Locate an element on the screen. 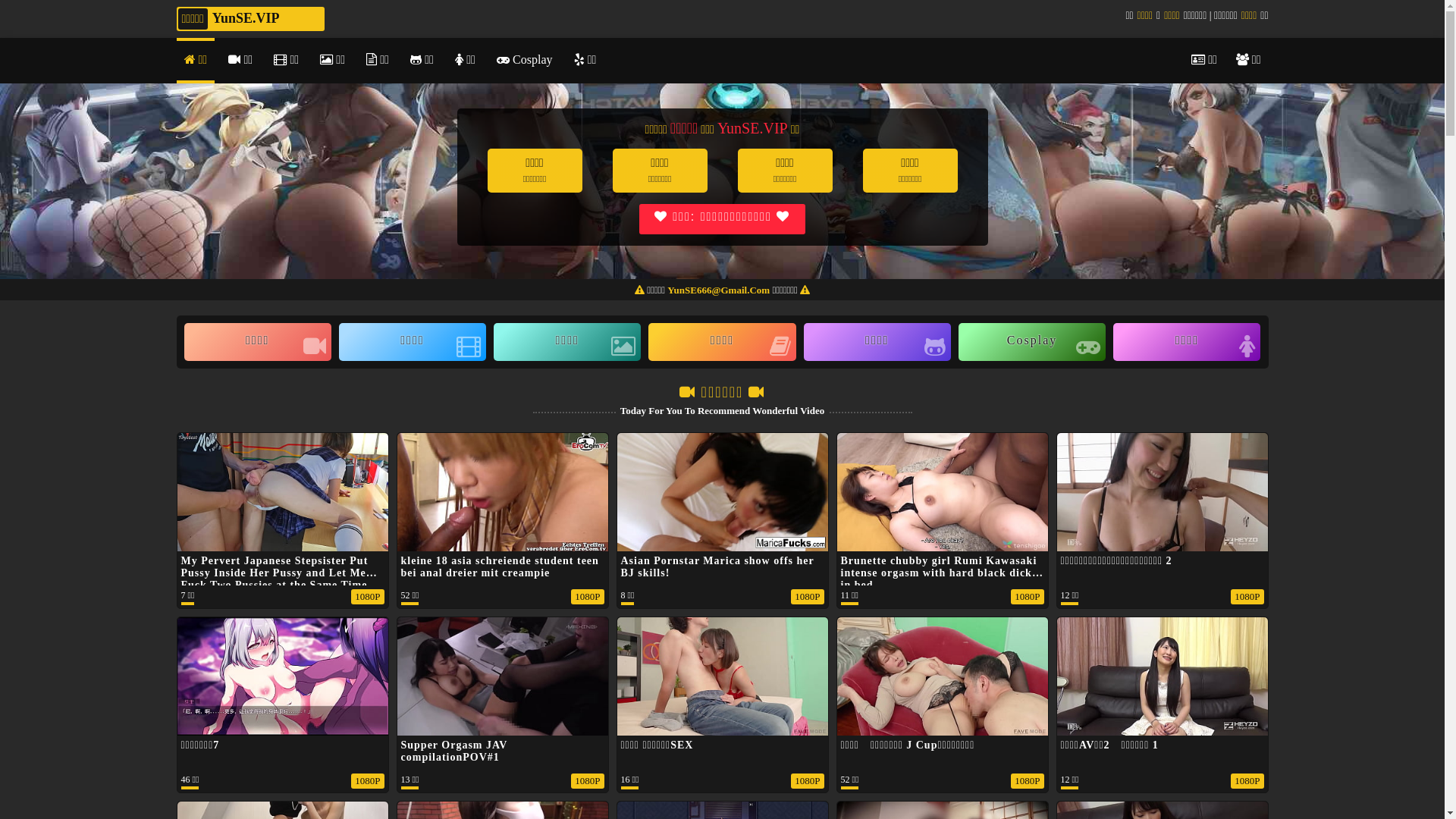 This screenshot has height=819, width=1456. 'Cosplay' is located at coordinates (488, 60).